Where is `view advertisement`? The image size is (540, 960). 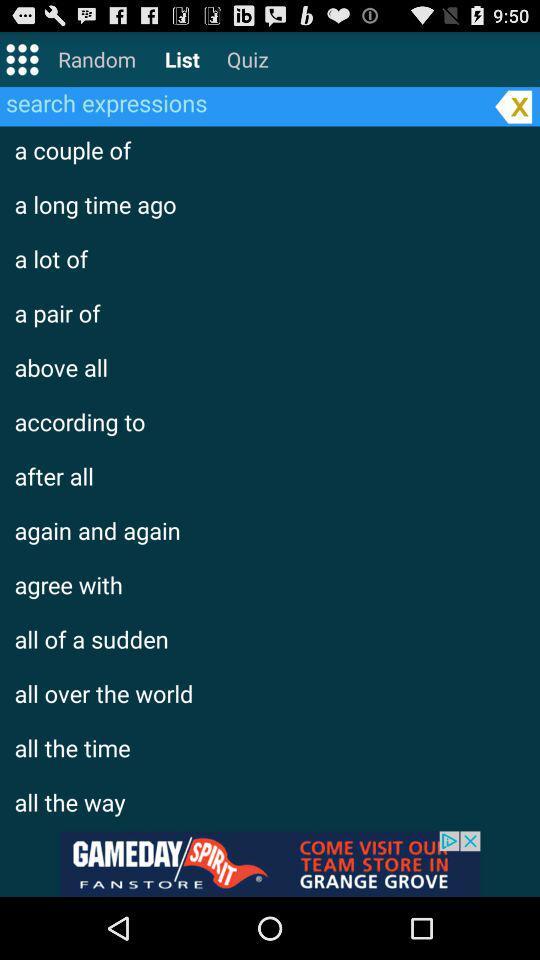 view advertisement is located at coordinates (270, 863).